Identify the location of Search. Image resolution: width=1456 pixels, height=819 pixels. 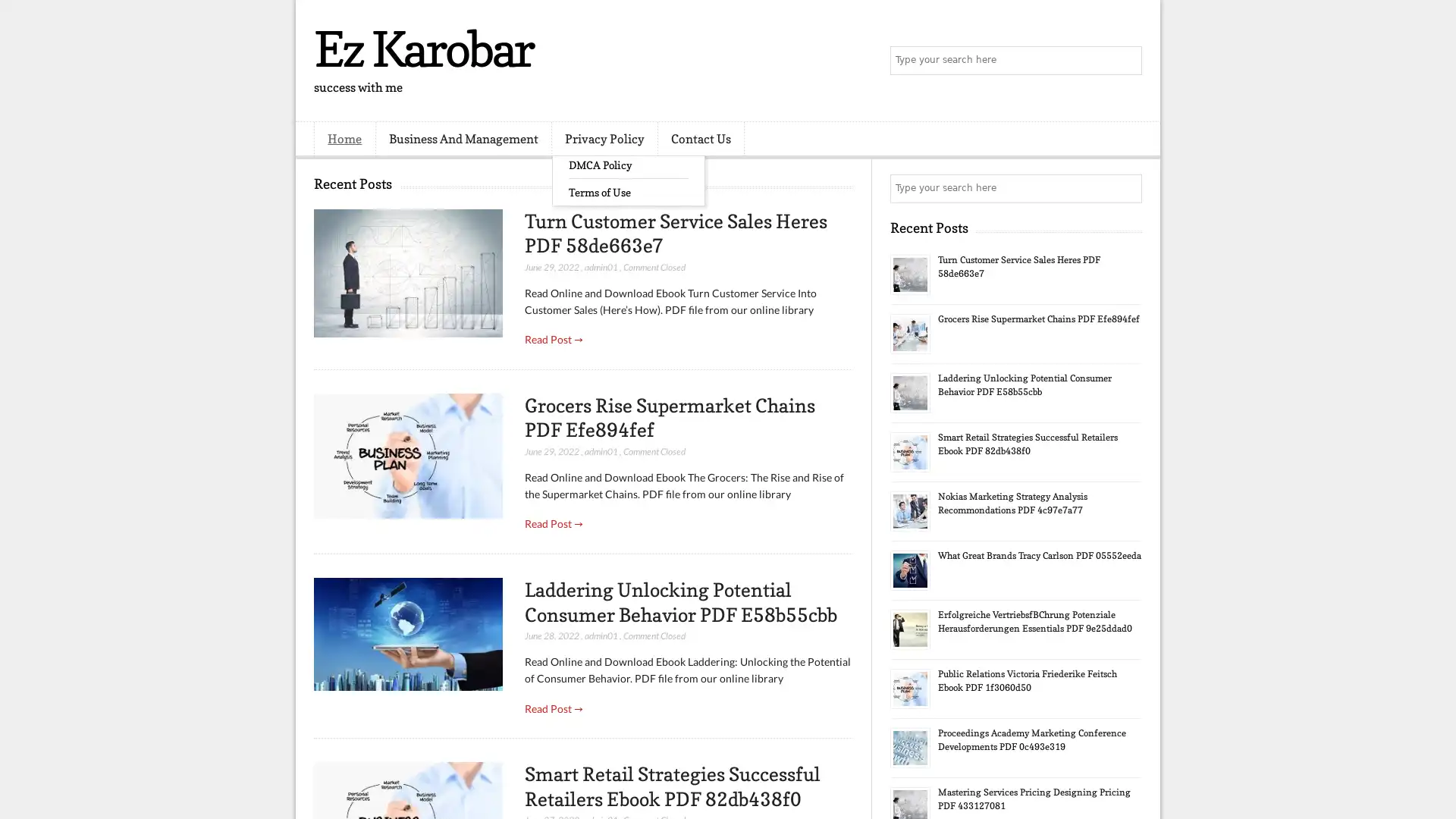
(1126, 61).